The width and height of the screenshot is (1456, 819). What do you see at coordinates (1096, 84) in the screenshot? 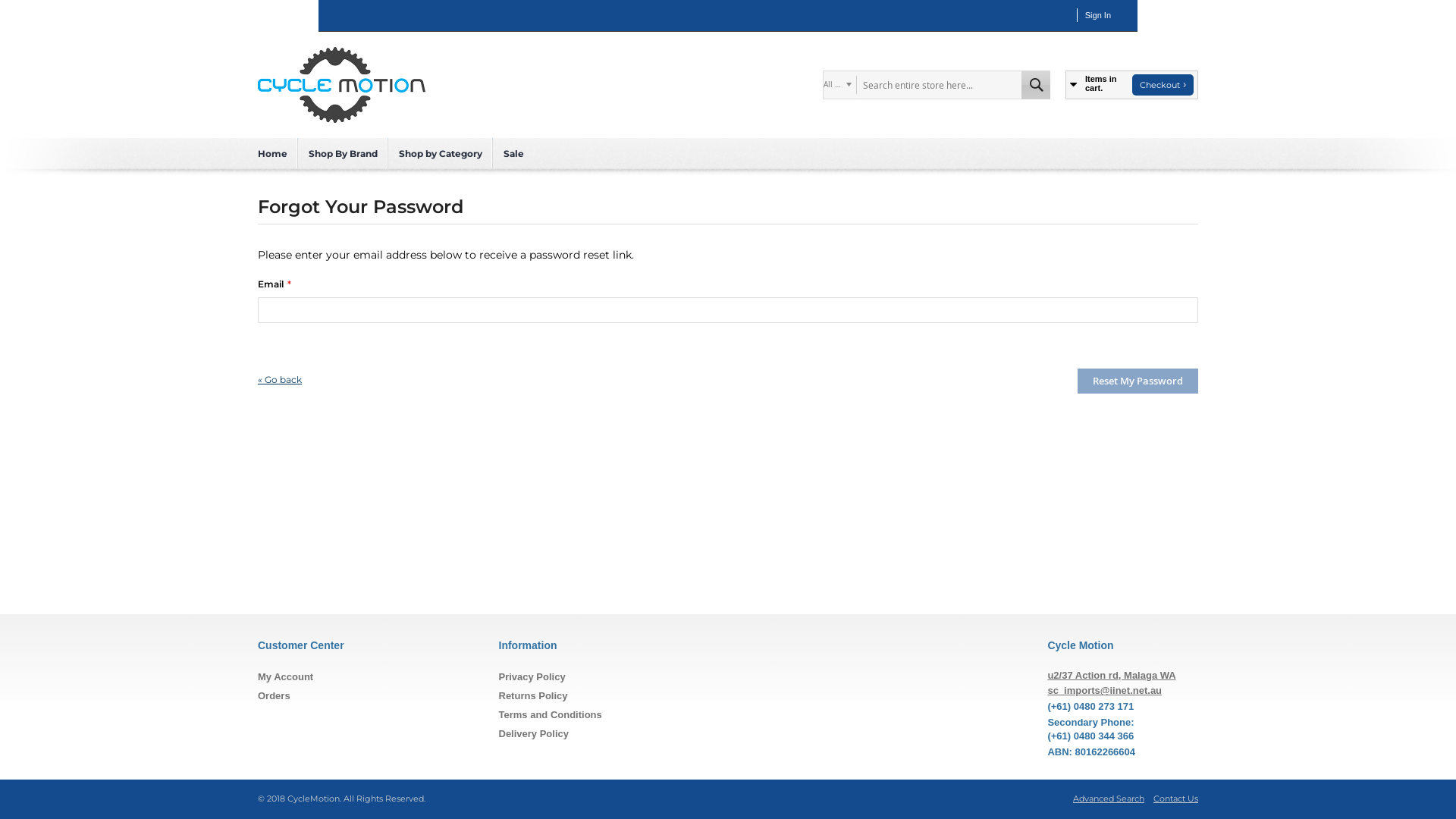
I see `'Items in cart.'` at bounding box center [1096, 84].